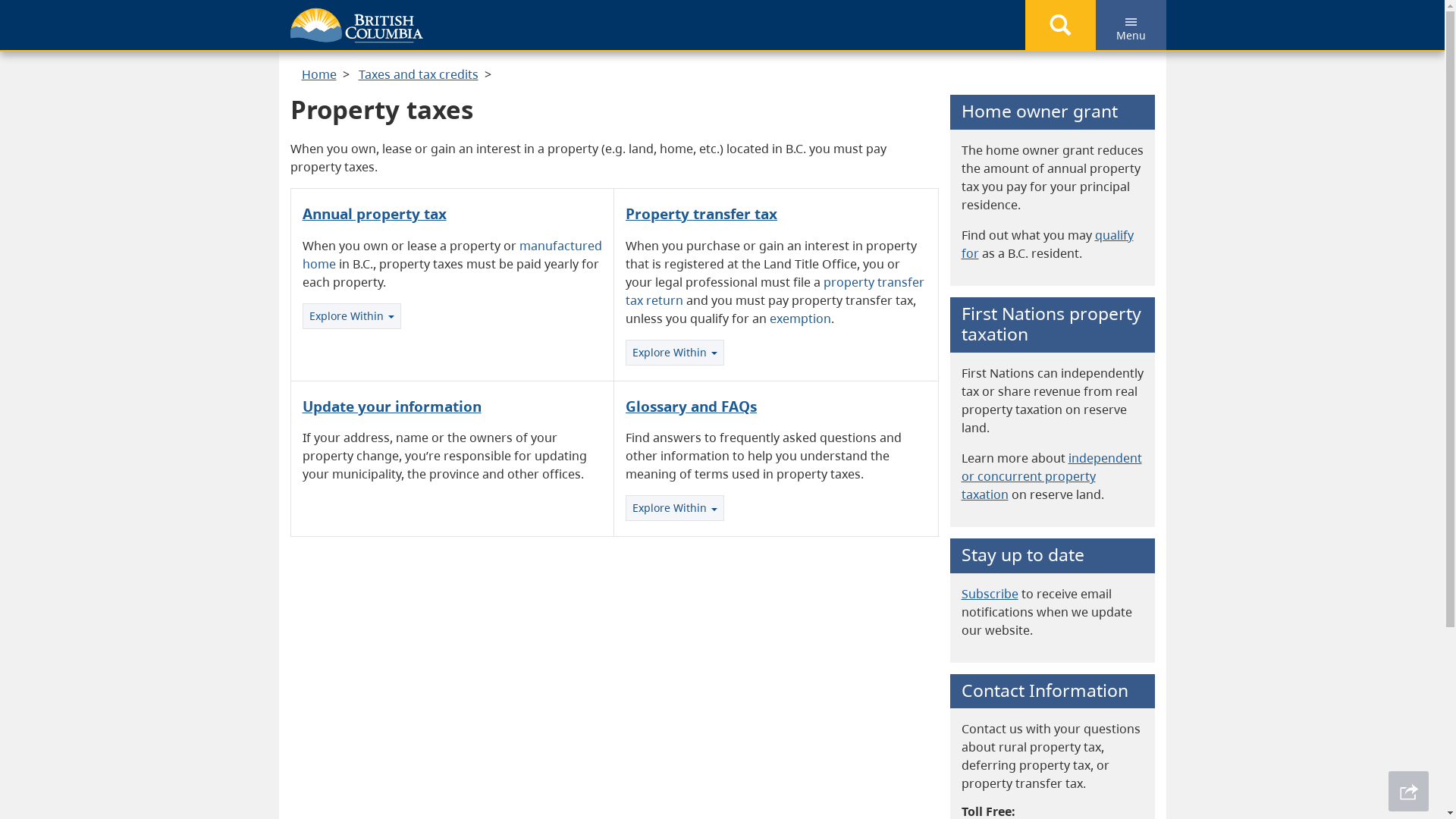 This screenshot has height=819, width=1456. I want to click on 'exemption', so click(769, 318).